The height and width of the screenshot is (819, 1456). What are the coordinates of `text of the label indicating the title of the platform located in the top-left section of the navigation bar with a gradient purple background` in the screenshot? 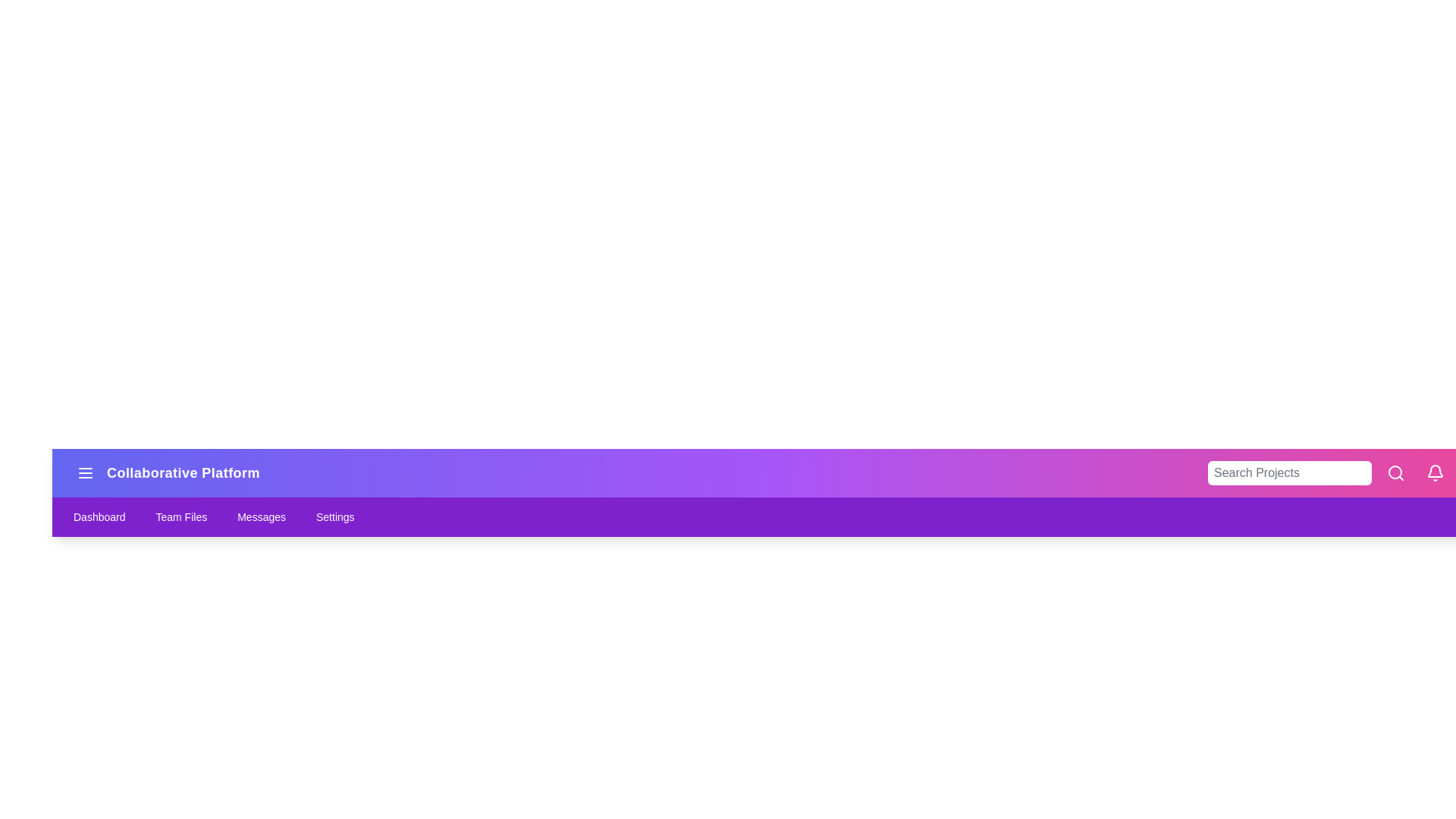 It's located at (165, 472).